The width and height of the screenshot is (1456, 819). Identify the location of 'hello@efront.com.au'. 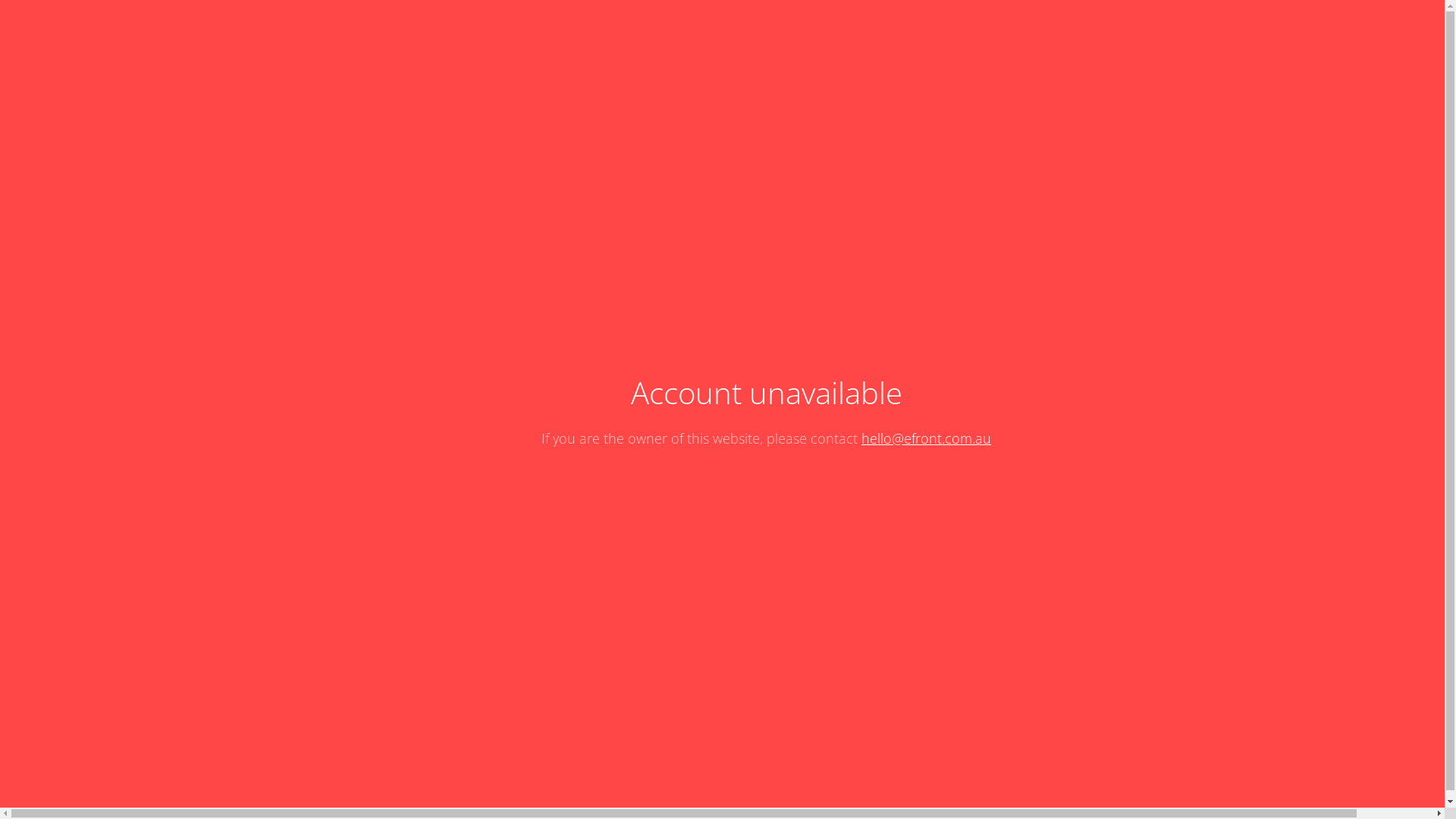
(861, 438).